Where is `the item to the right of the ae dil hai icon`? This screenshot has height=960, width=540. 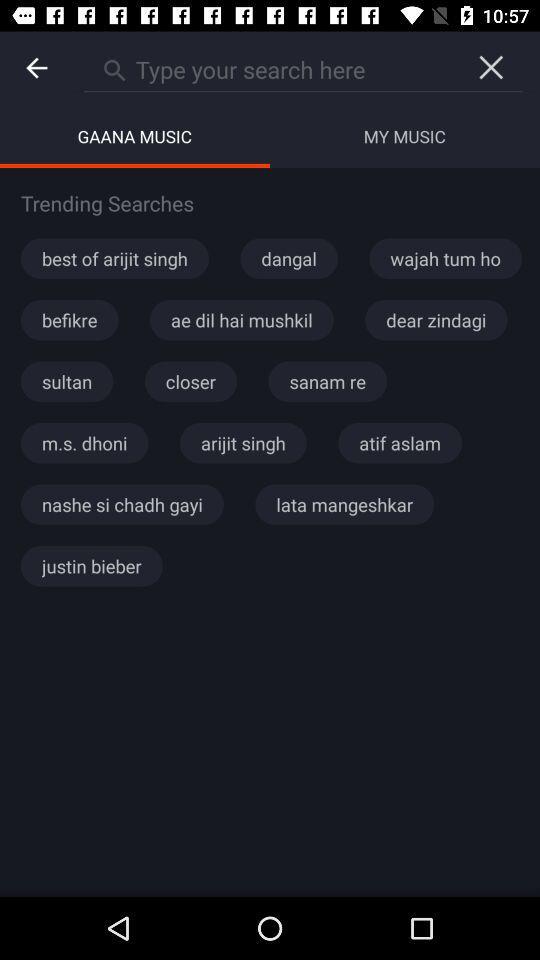
the item to the right of the ae dil hai icon is located at coordinates (435, 320).